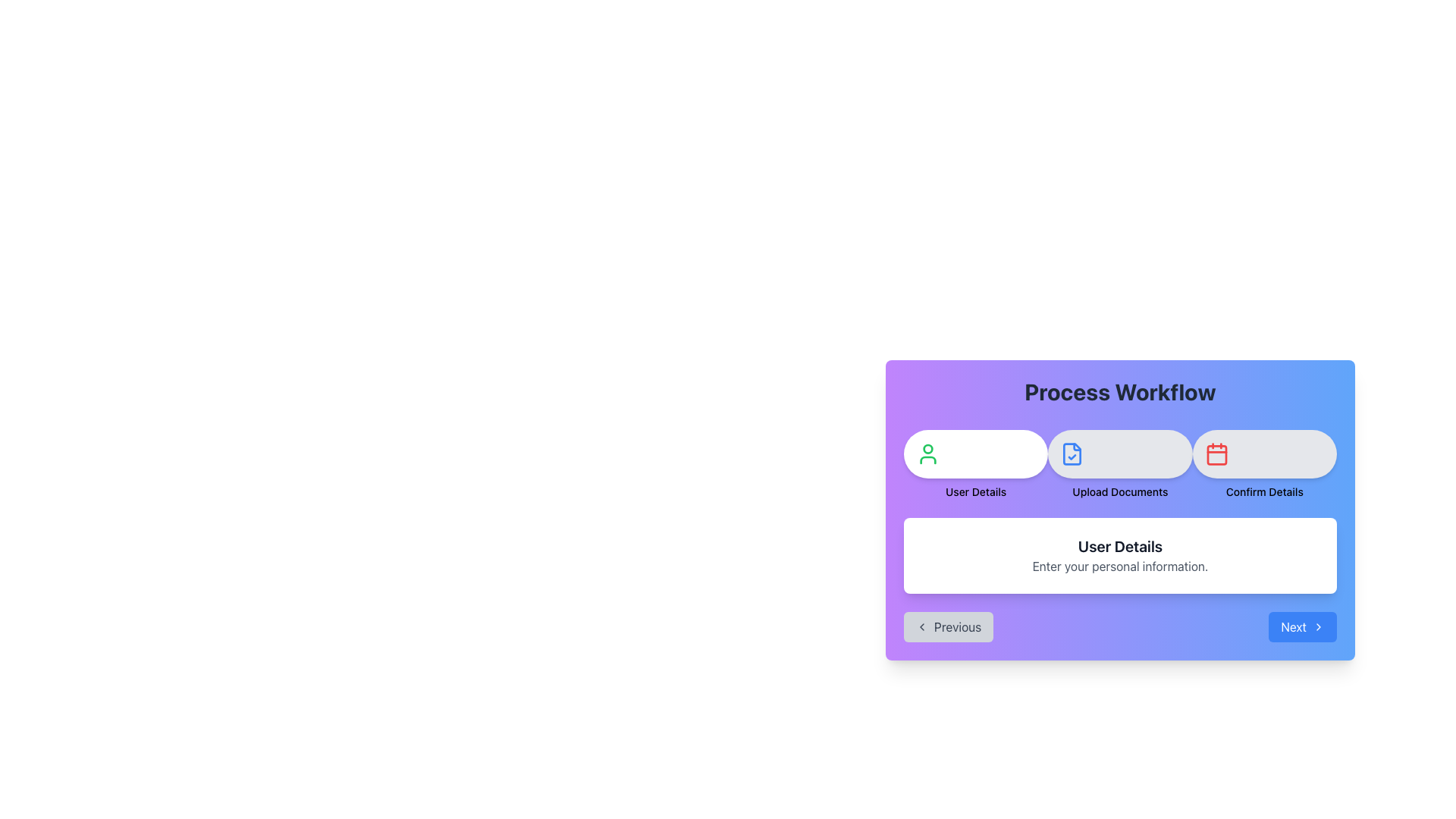  Describe the element at coordinates (1216, 454) in the screenshot. I see `the inner rectangle of the calendar icon, which signifies a date or schedule input, located as the third icon in the horizontal row of workflow steps` at that location.